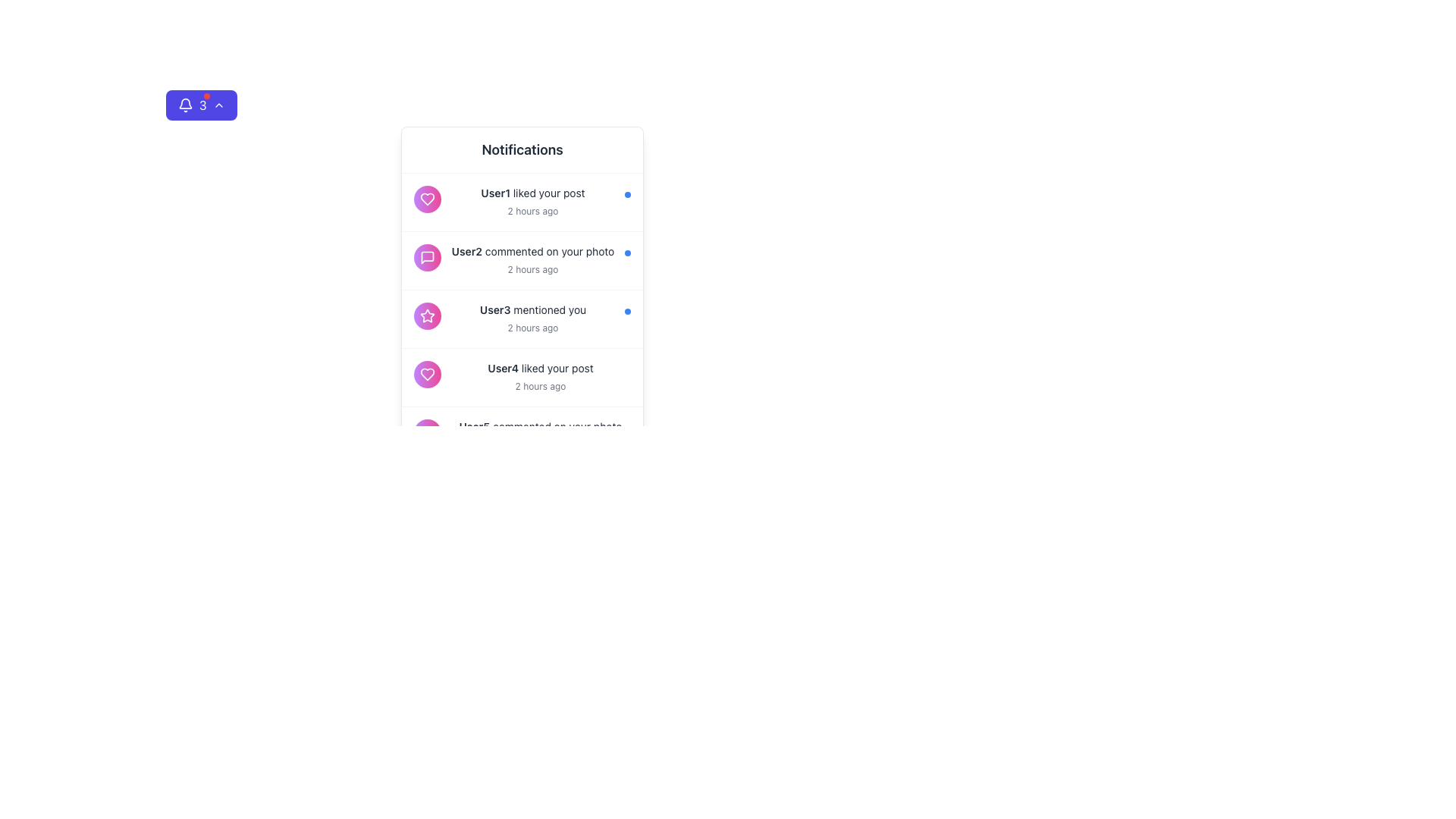 This screenshot has height=819, width=1456. What do you see at coordinates (427, 256) in the screenshot?
I see `the unique speech bubble decorative icon located in the notification bubble at the top-left corner of the interface` at bounding box center [427, 256].